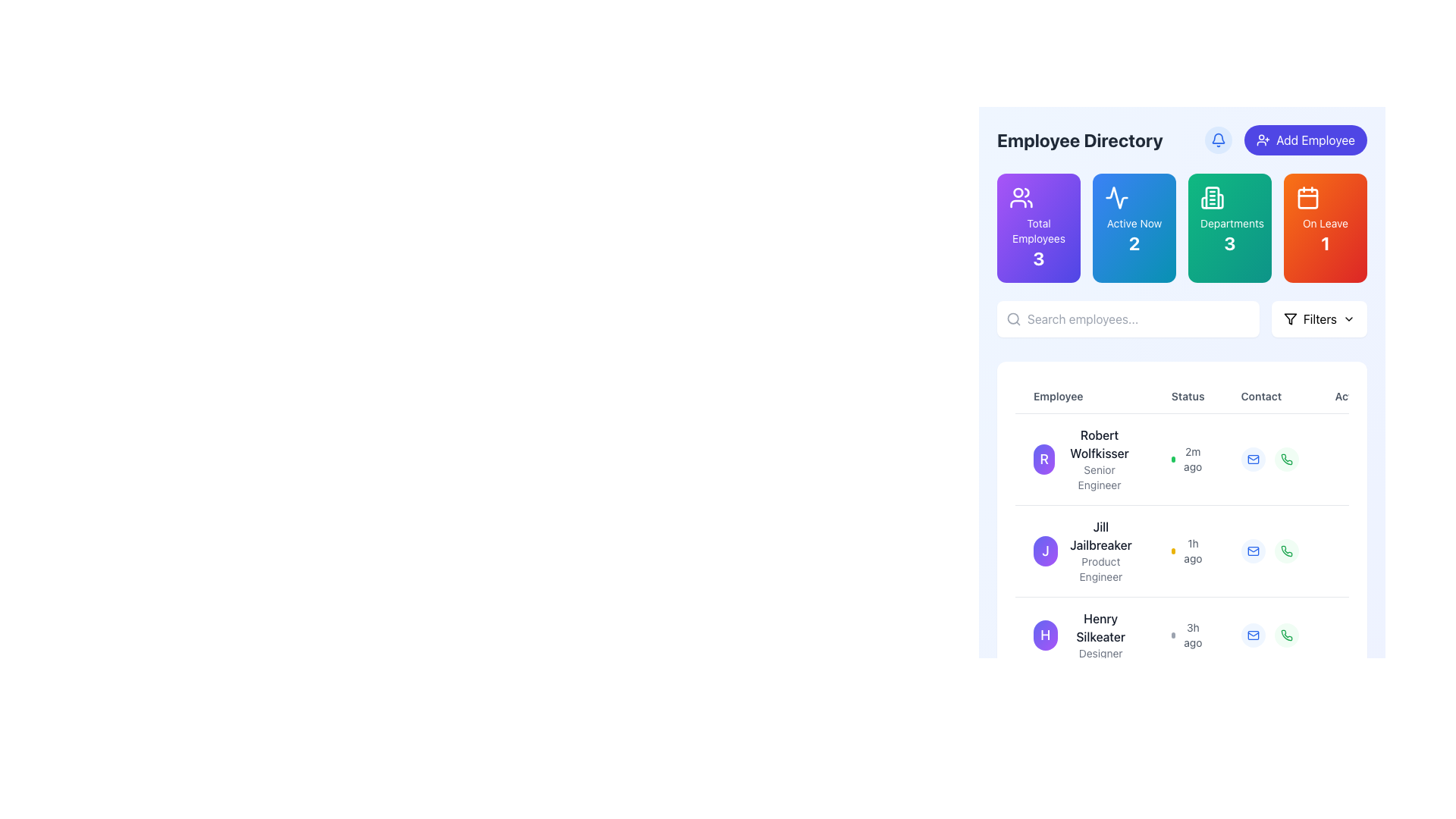 The height and width of the screenshot is (819, 1456). I want to click on the icon within the 'Add Employee' button, which is positioned near the top-right corner and serves as a visual indicator for adding a new entry, so click(1263, 140).